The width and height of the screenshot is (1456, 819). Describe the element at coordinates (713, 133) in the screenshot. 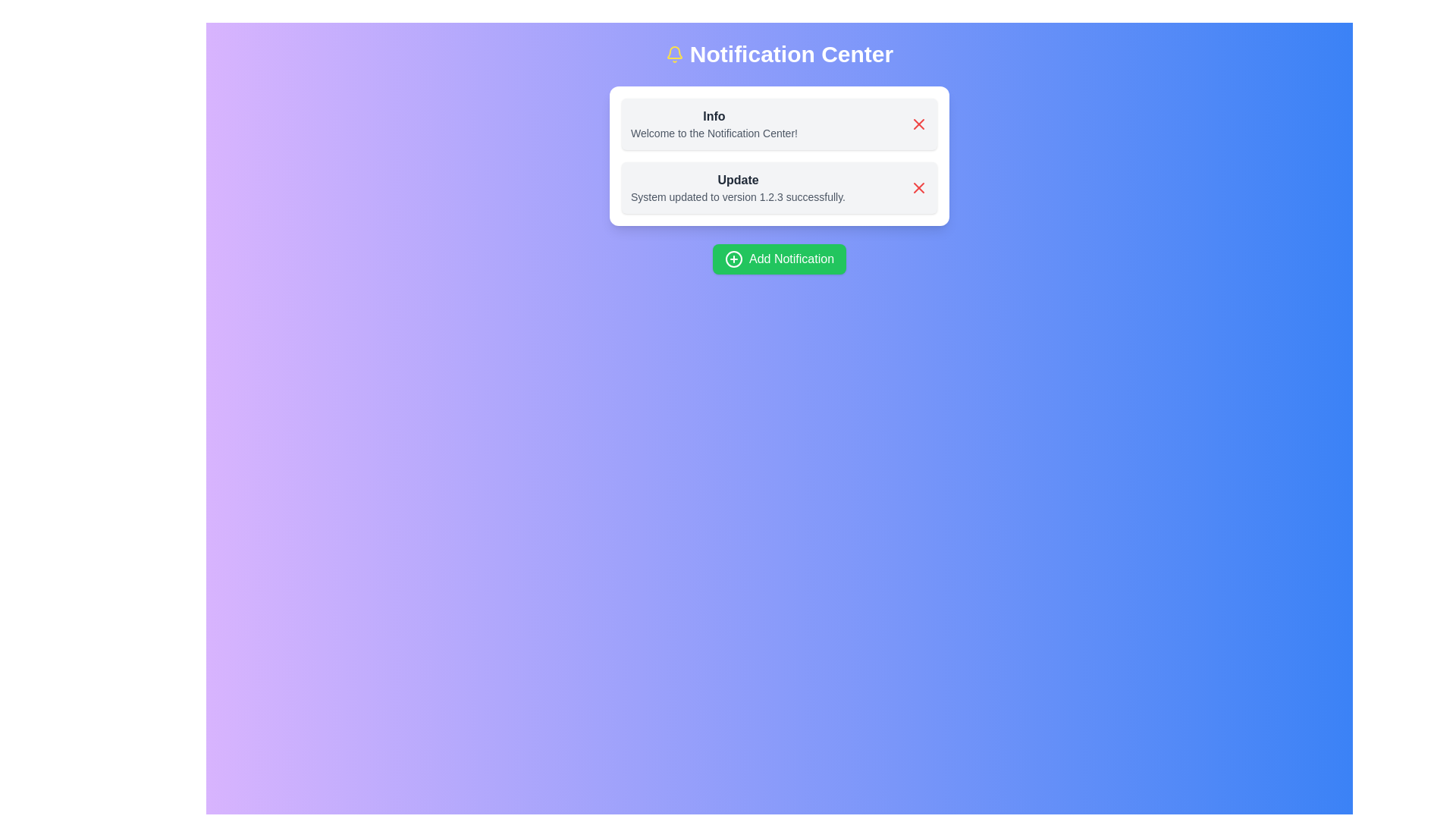

I see `the text element that reads 'Welcome to the Notification Center!', which is styled with a small font size and gray color, located below the 'Info' heading within a notification card` at that location.